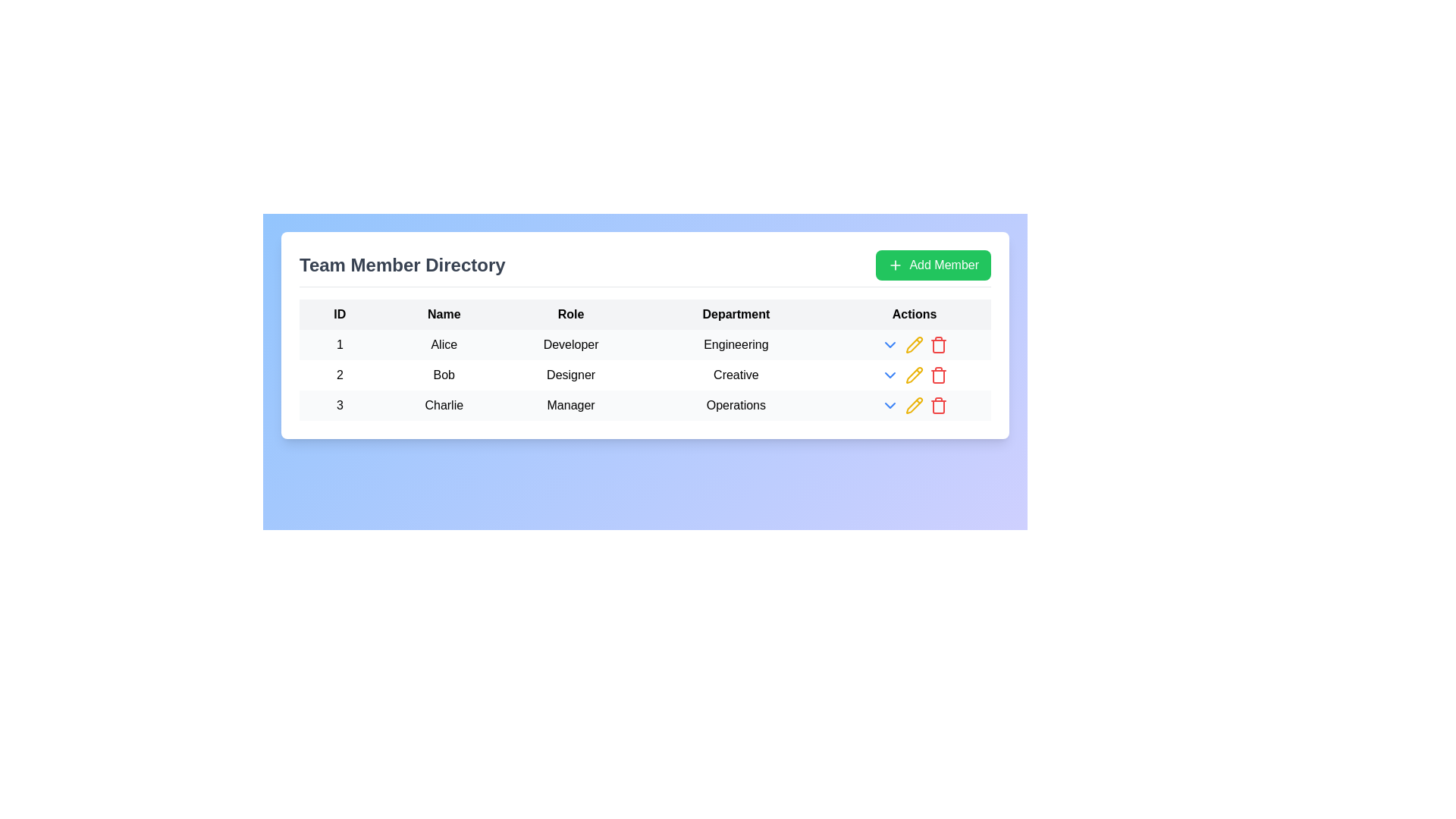  I want to click on the red trash can icon representing the delete action in the 'Actions' column of the table for user 'Alice', so click(938, 345).